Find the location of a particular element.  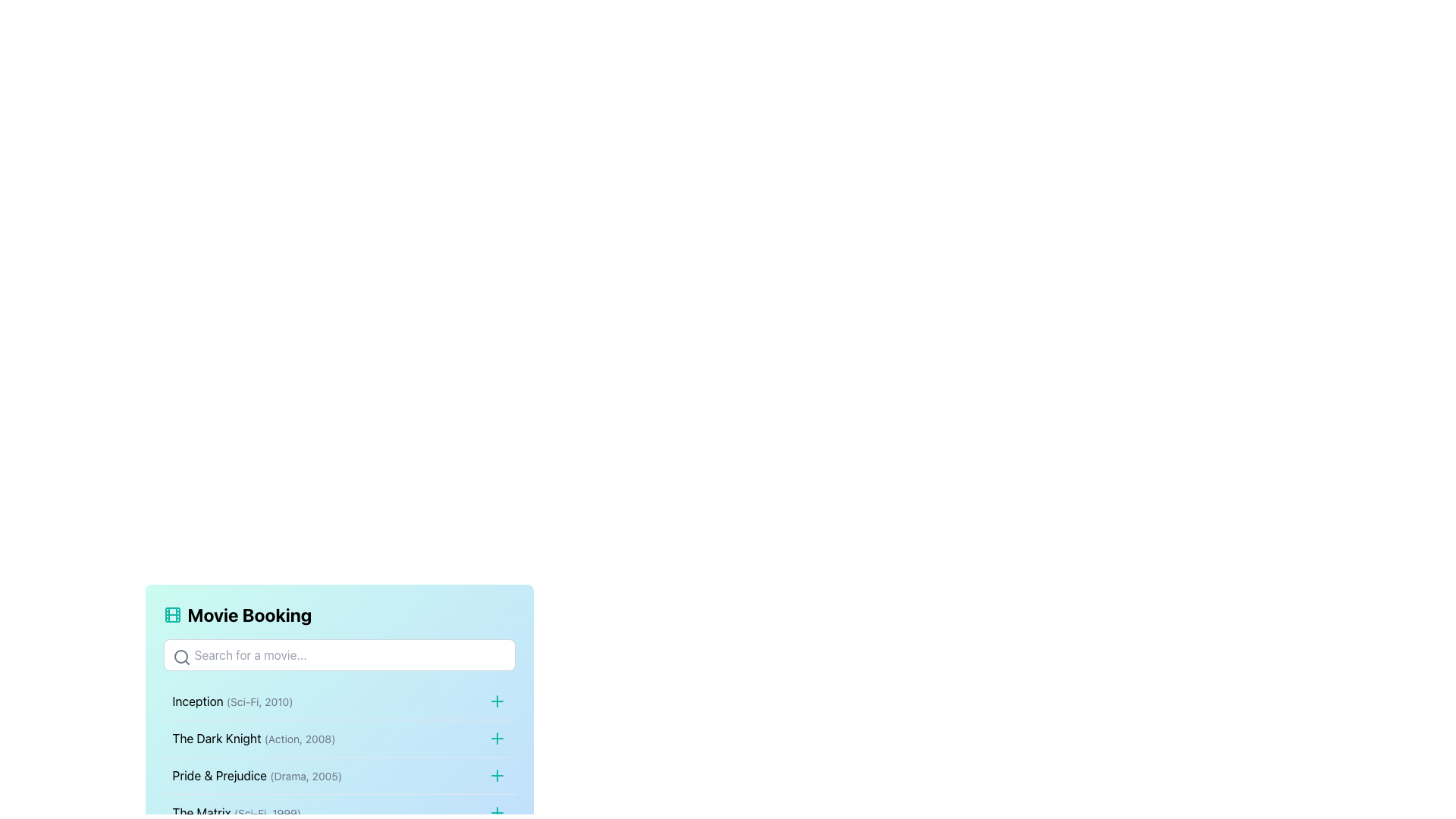

the filled circle element of the search icon located at the top-left corner of the search bar is located at coordinates (180, 656).